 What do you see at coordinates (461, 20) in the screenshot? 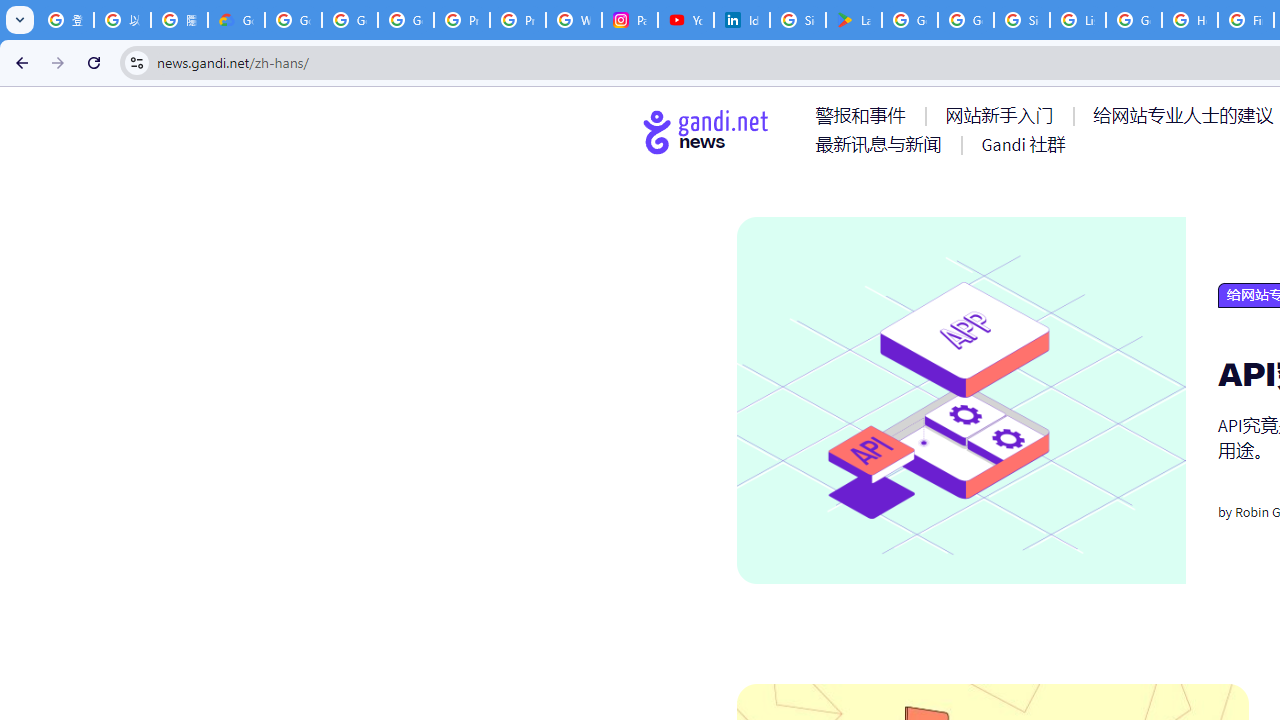
I see `'Privacy Help Center - Policies Help'` at bounding box center [461, 20].